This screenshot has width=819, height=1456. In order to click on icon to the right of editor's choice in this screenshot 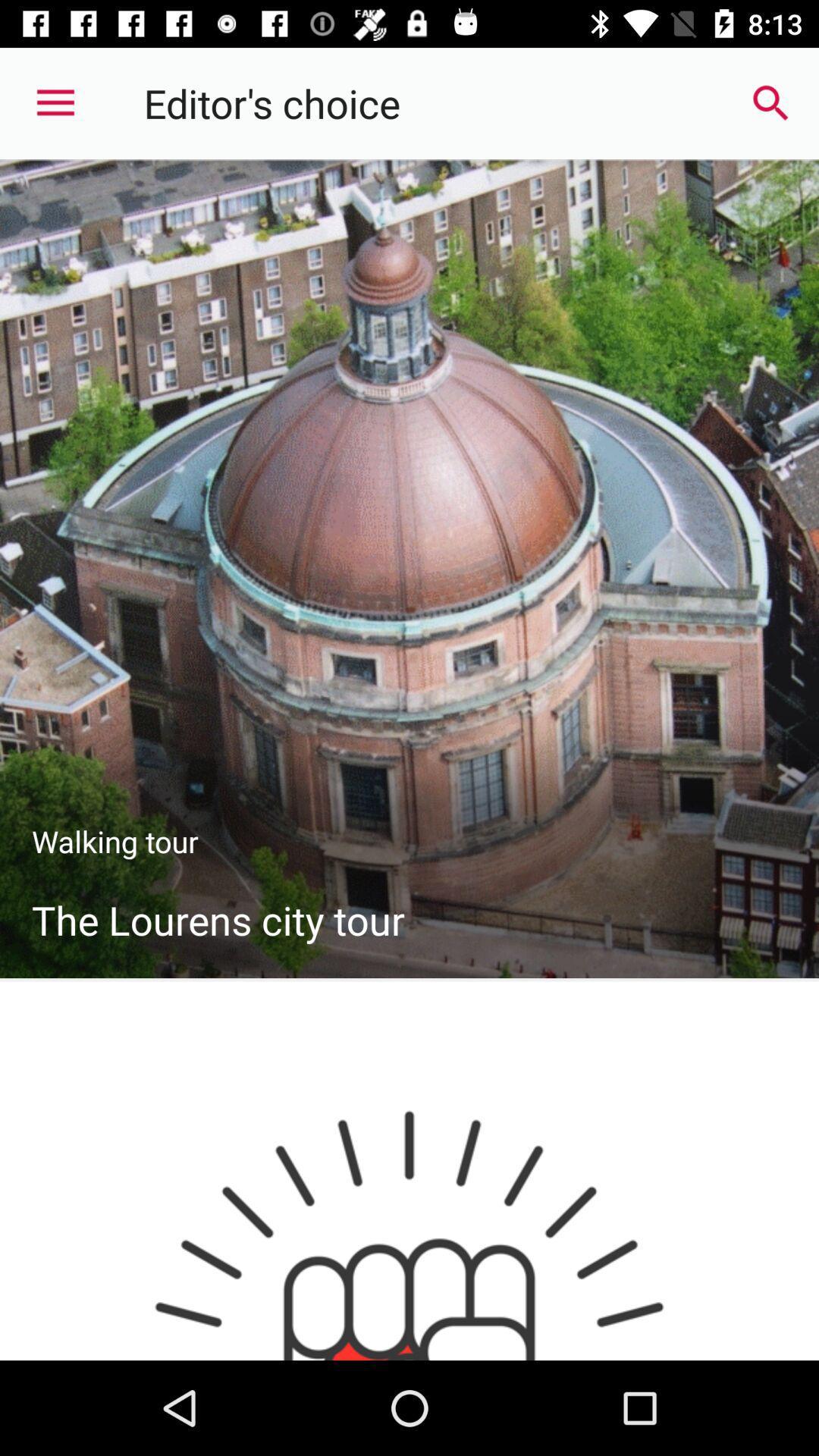, I will do `click(771, 102)`.